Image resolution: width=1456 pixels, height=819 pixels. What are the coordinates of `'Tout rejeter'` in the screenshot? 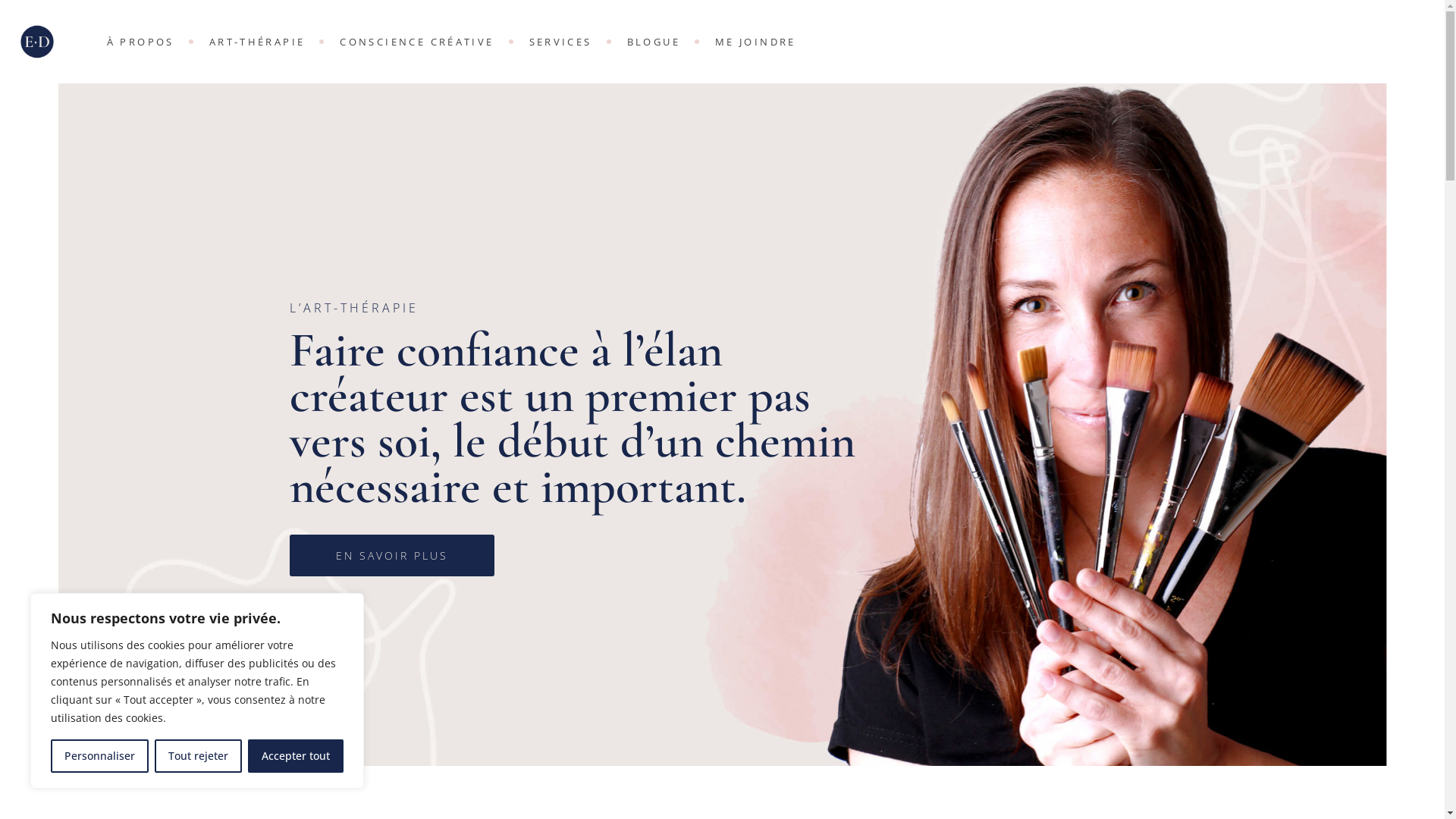 It's located at (154, 755).